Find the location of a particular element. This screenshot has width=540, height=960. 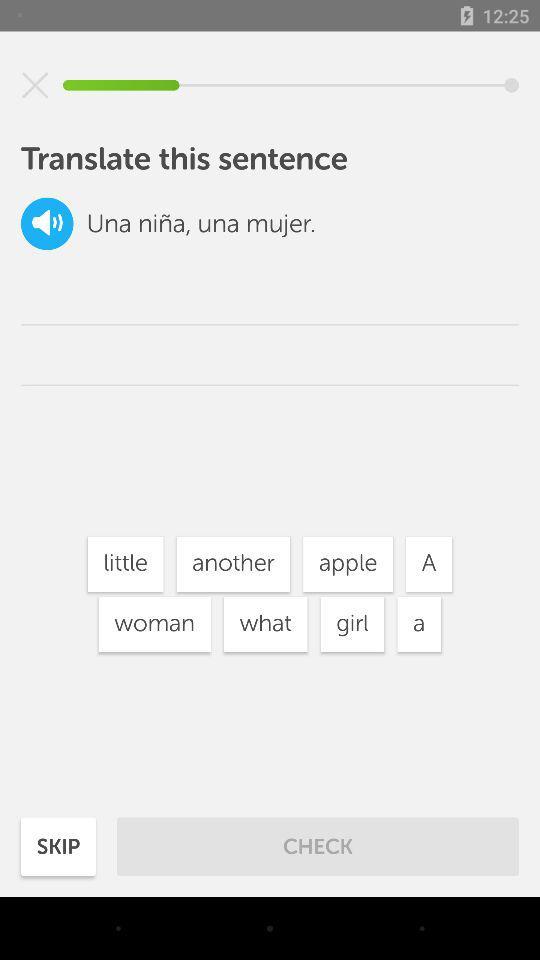

check icon is located at coordinates (318, 845).